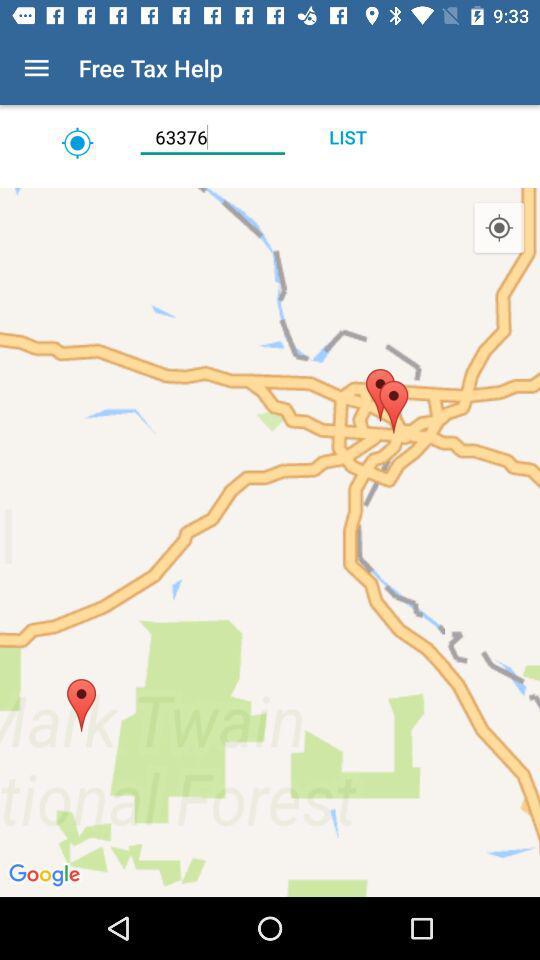 The width and height of the screenshot is (540, 960). What do you see at coordinates (270, 181) in the screenshot?
I see `location` at bounding box center [270, 181].